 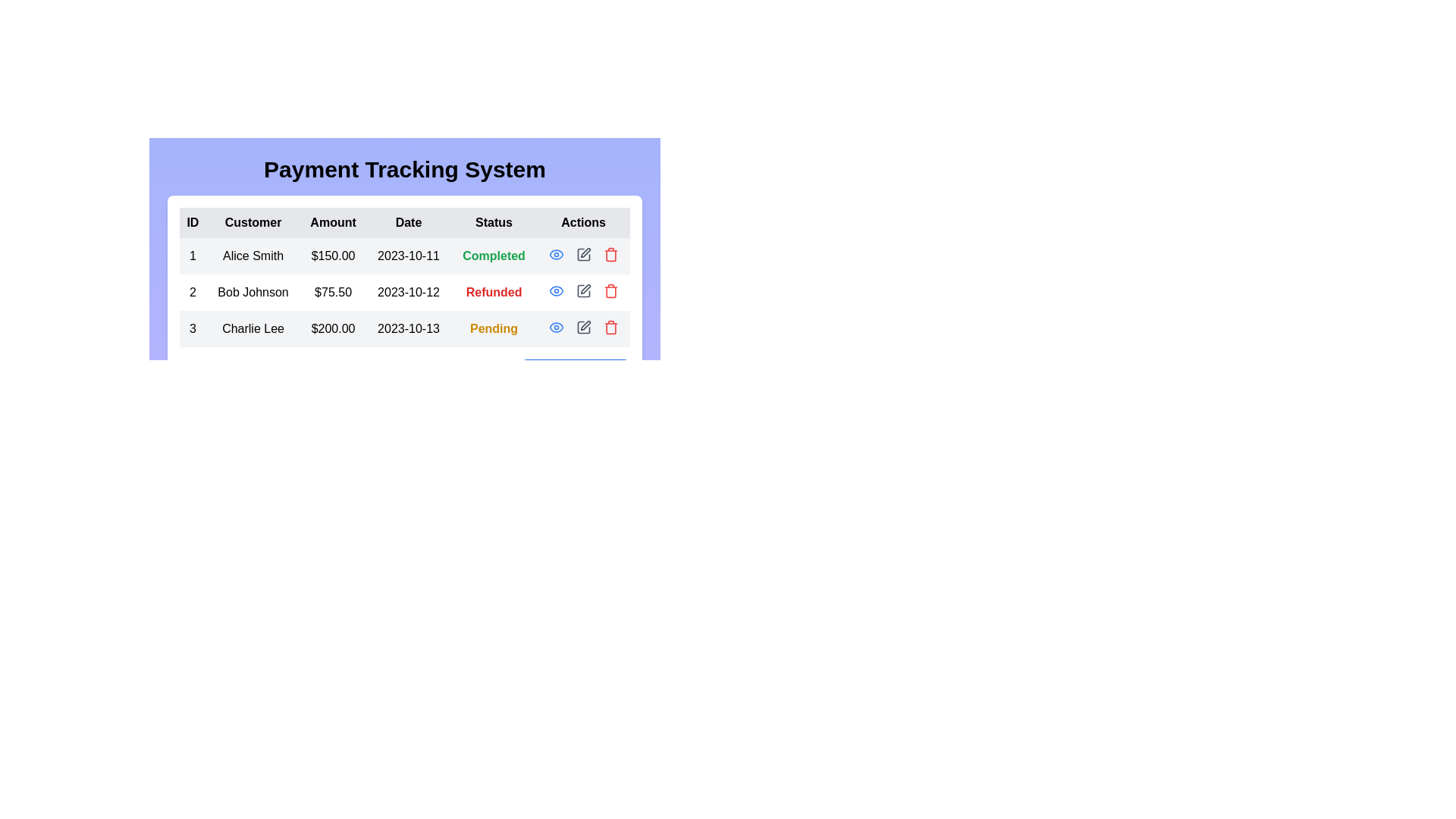 I want to click on the first row of the table, so click(x=404, y=256).